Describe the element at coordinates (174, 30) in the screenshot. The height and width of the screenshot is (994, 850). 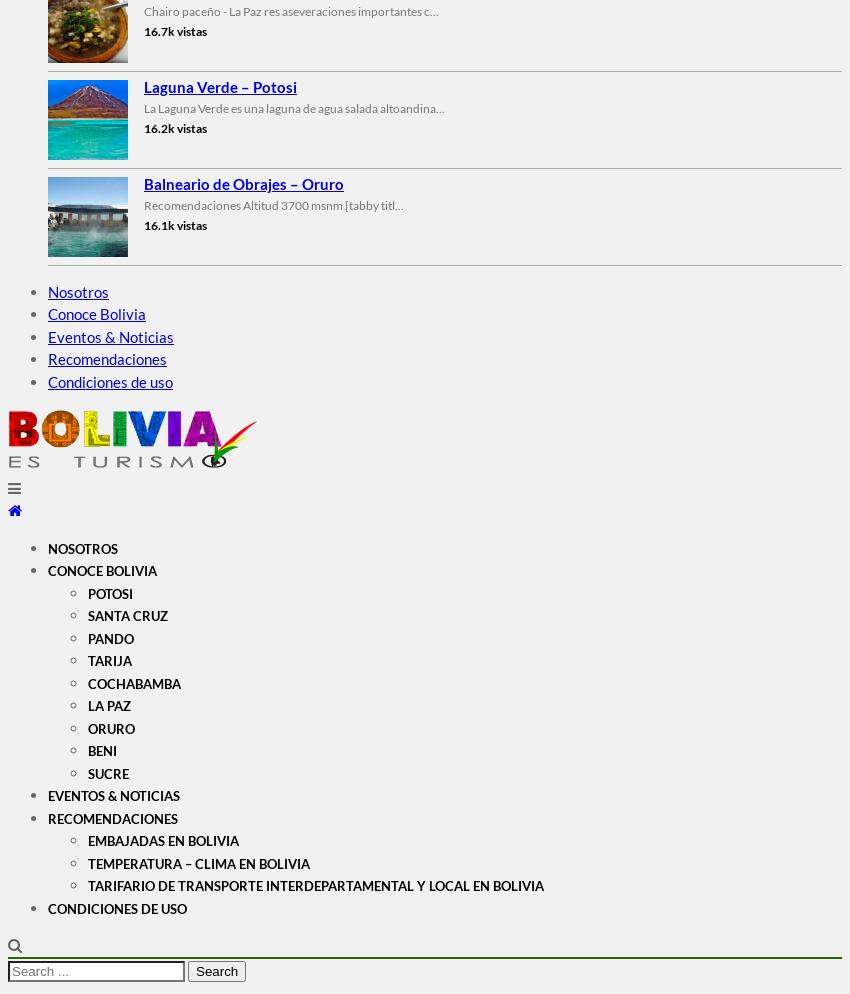
I see `'16.7k vistas'` at that location.